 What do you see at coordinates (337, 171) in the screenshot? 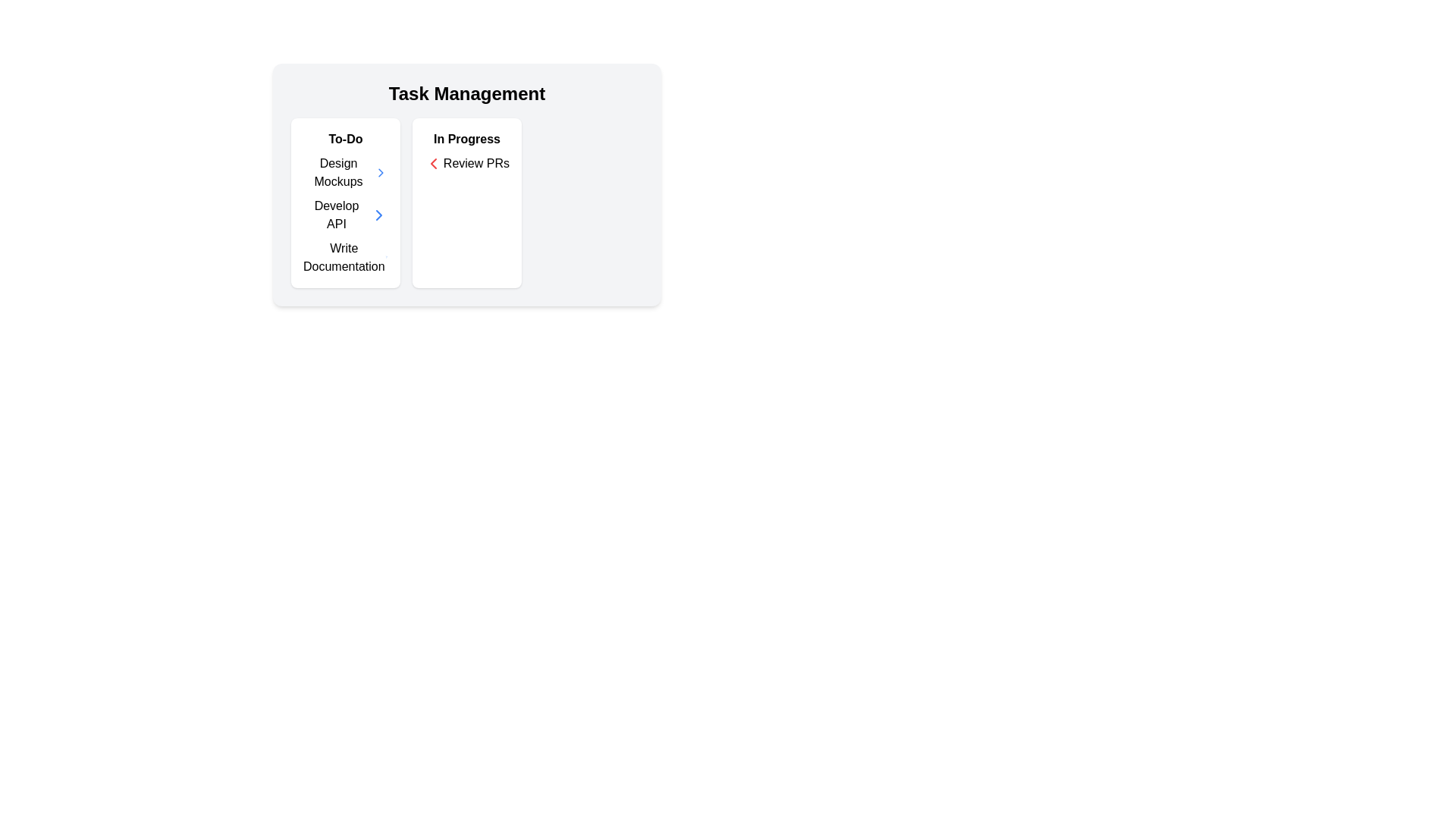
I see `the text label 'Design Mockups' in the To-Do section` at bounding box center [337, 171].